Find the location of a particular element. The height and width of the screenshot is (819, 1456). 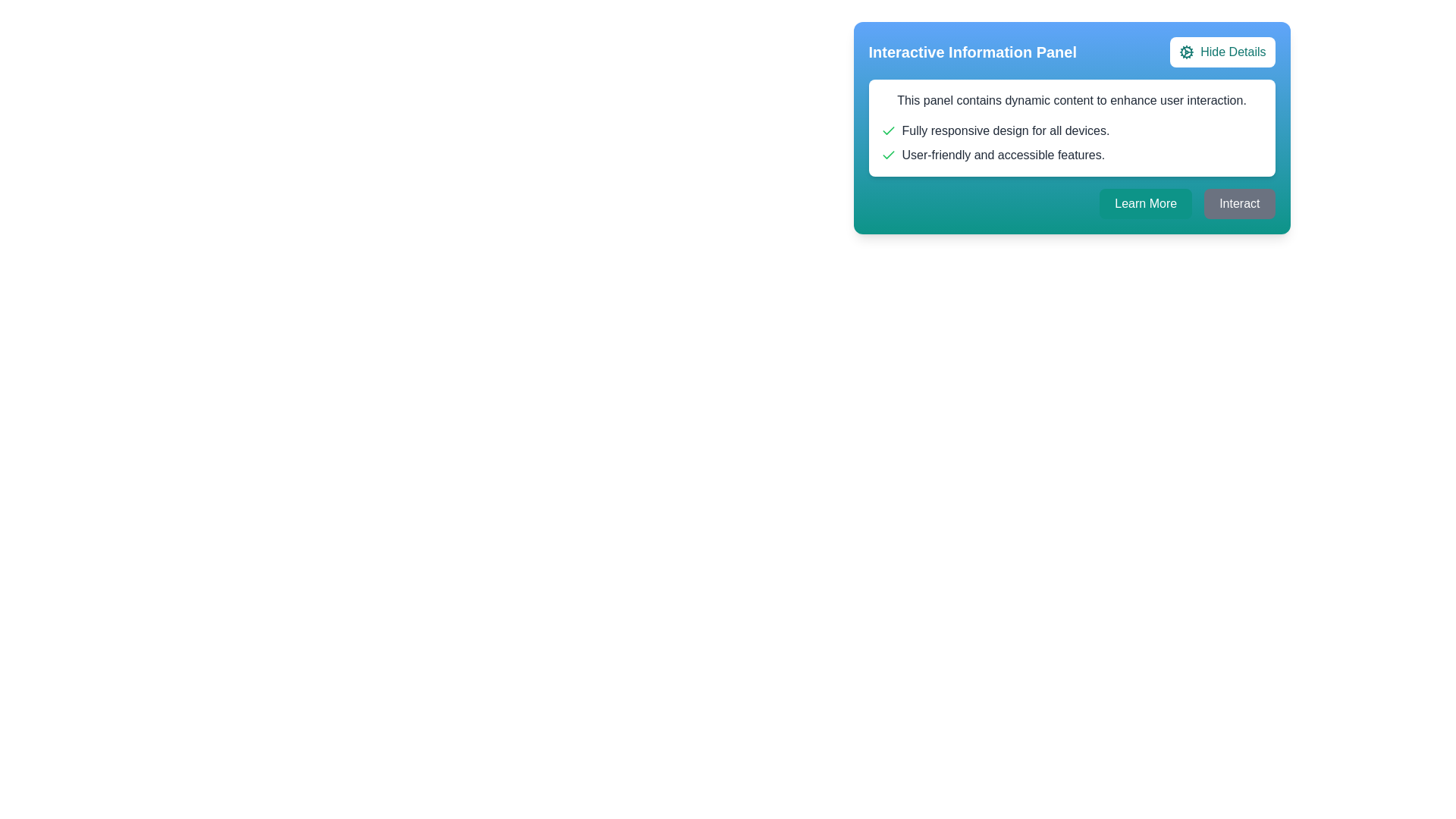

the cog icon located within the Panel Header at the top of the panel for accessing settings options is located at coordinates (1071, 52).